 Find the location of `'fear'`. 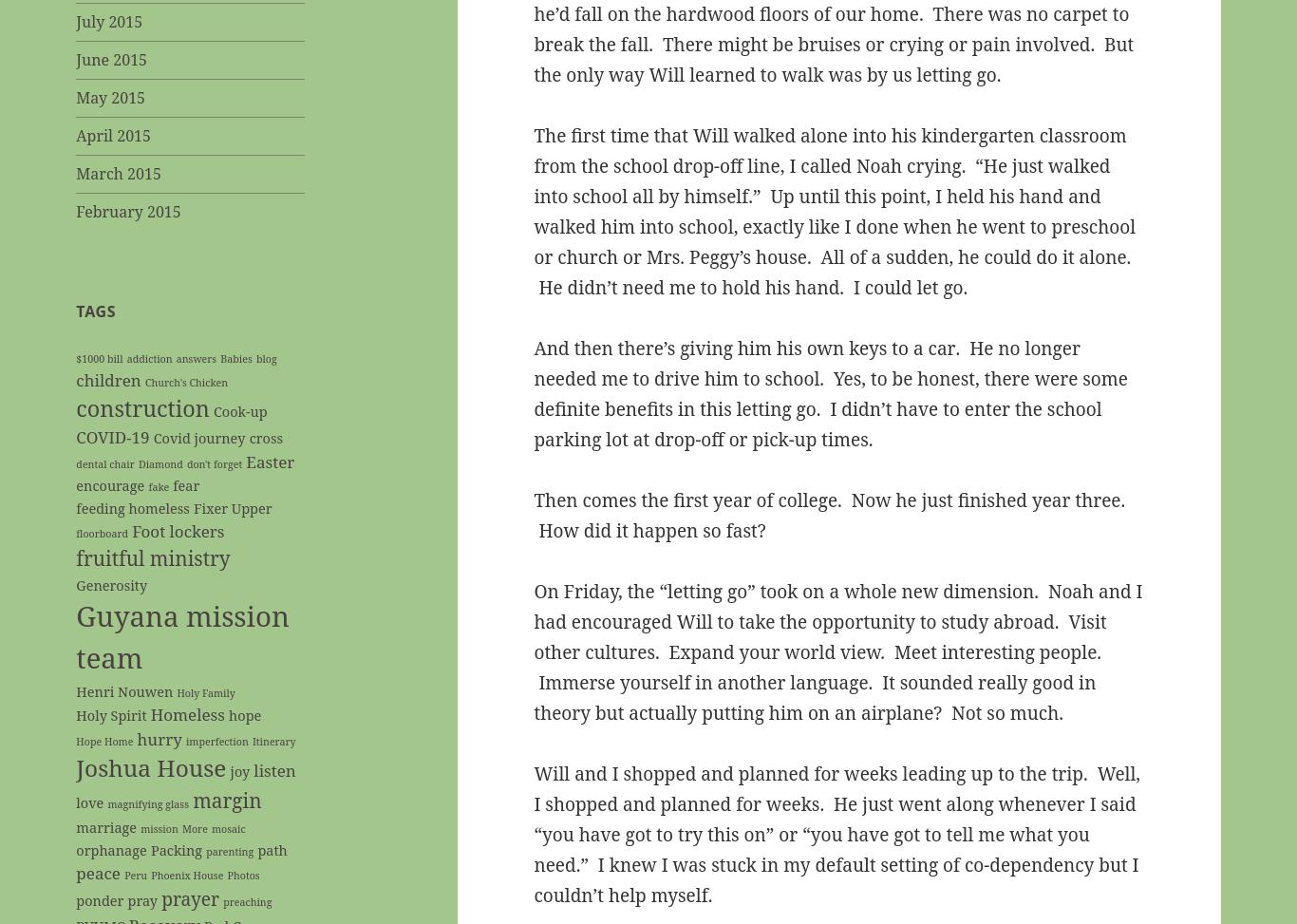

'fear' is located at coordinates (185, 484).